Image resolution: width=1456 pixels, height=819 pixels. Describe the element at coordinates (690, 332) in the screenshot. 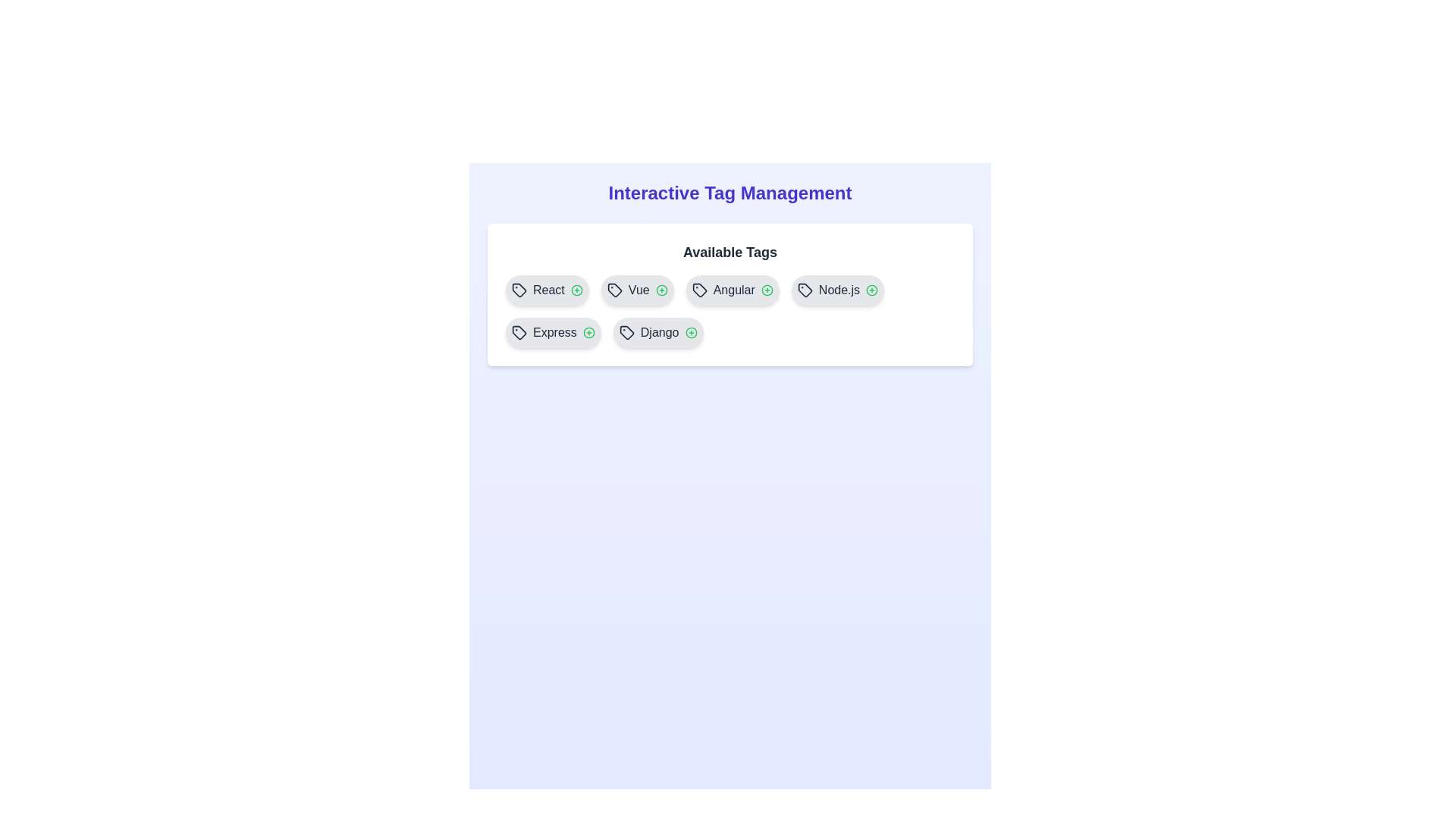

I see `the SVG circle visual component that is part of the icon indicating a functional action related to the Django tag` at that location.